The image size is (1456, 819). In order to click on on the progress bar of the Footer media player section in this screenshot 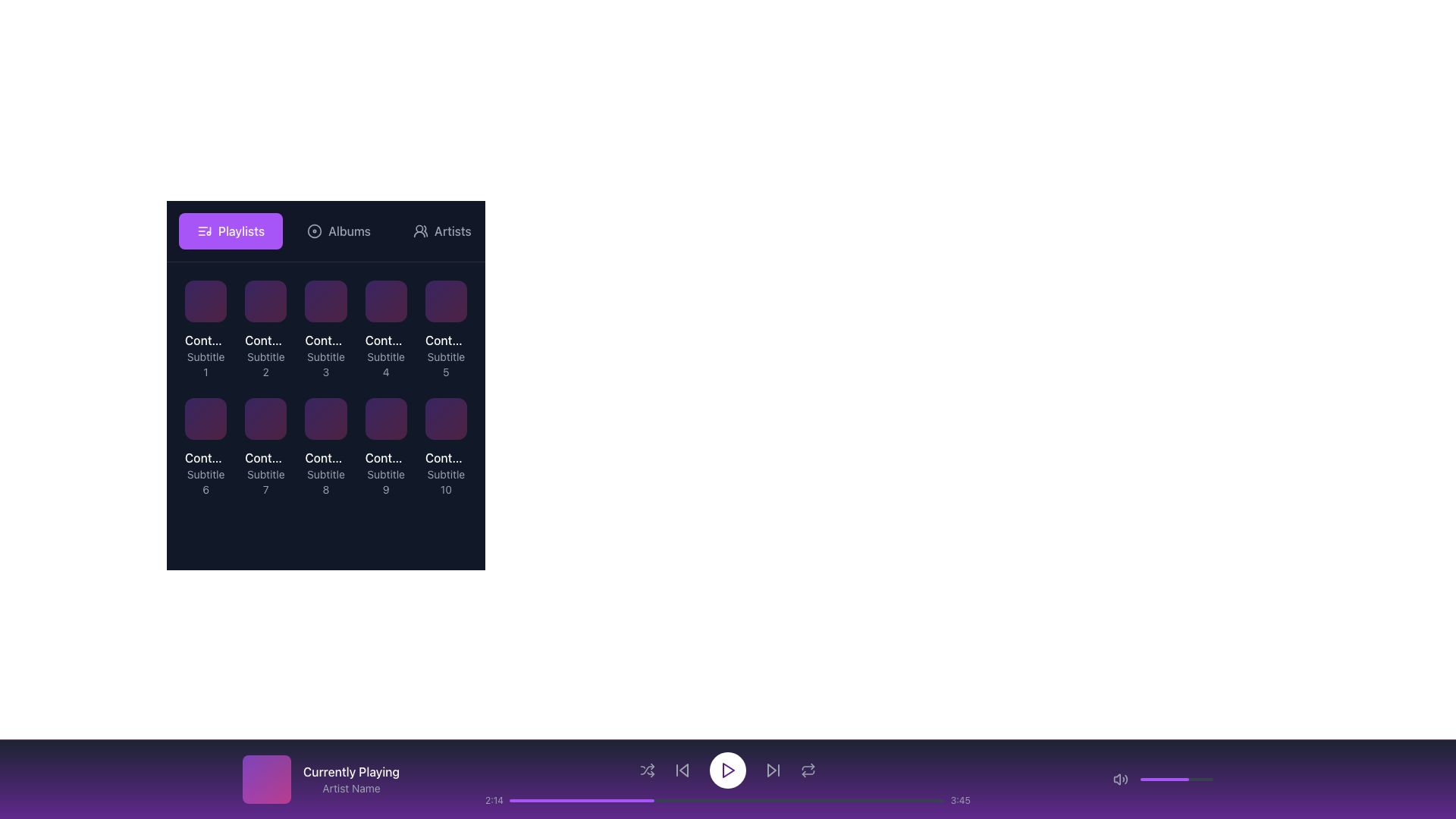, I will do `click(728, 780)`.